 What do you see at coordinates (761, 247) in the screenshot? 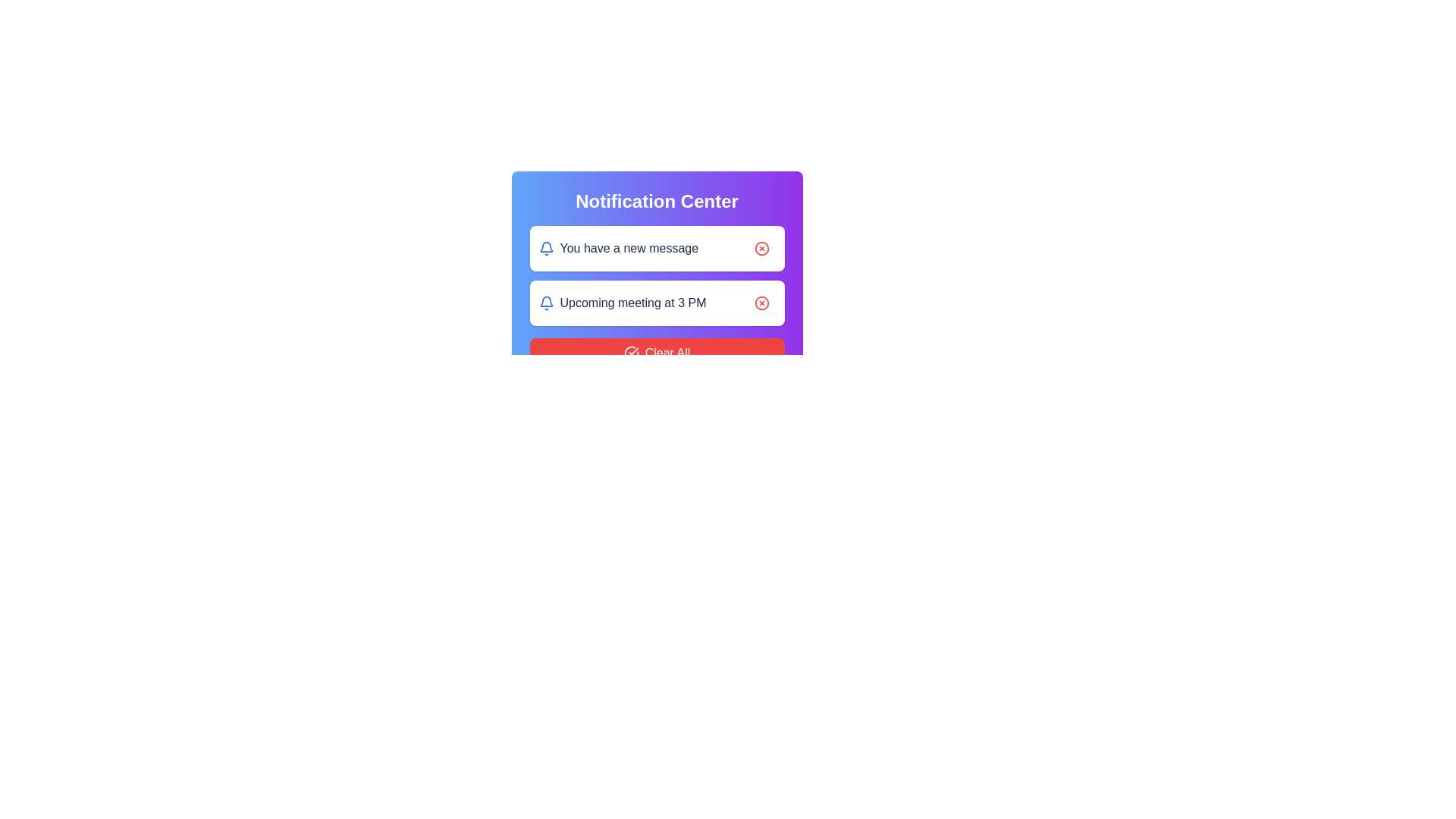
I see `the close icon located on the right side of the first notification message in the 'Notification Center', adjacent to the text 'You have a new message'` at bounding box center [761, 247].